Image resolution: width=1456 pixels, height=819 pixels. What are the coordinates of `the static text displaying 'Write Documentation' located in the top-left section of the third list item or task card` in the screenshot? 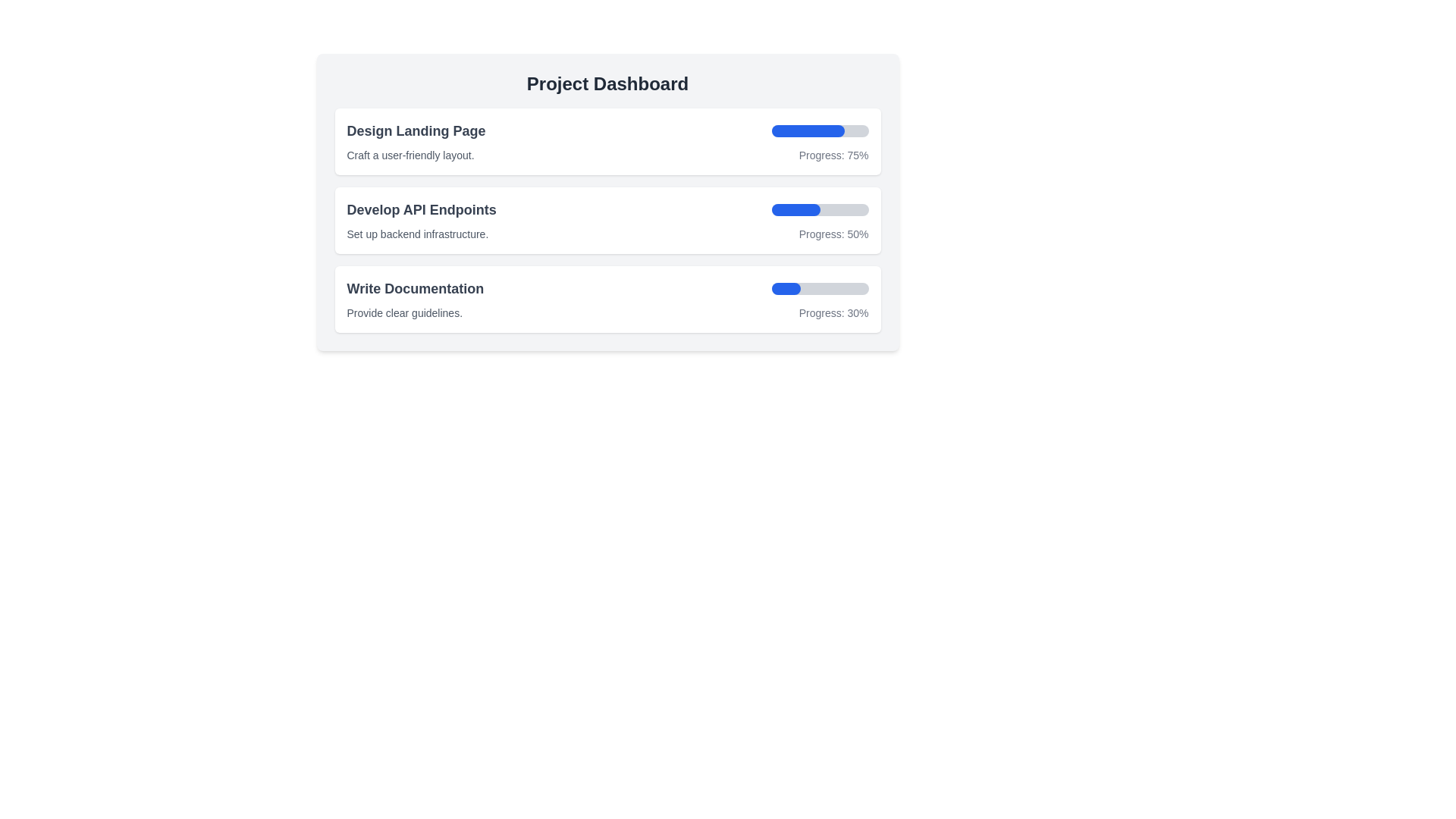 It's located at (415, 289).